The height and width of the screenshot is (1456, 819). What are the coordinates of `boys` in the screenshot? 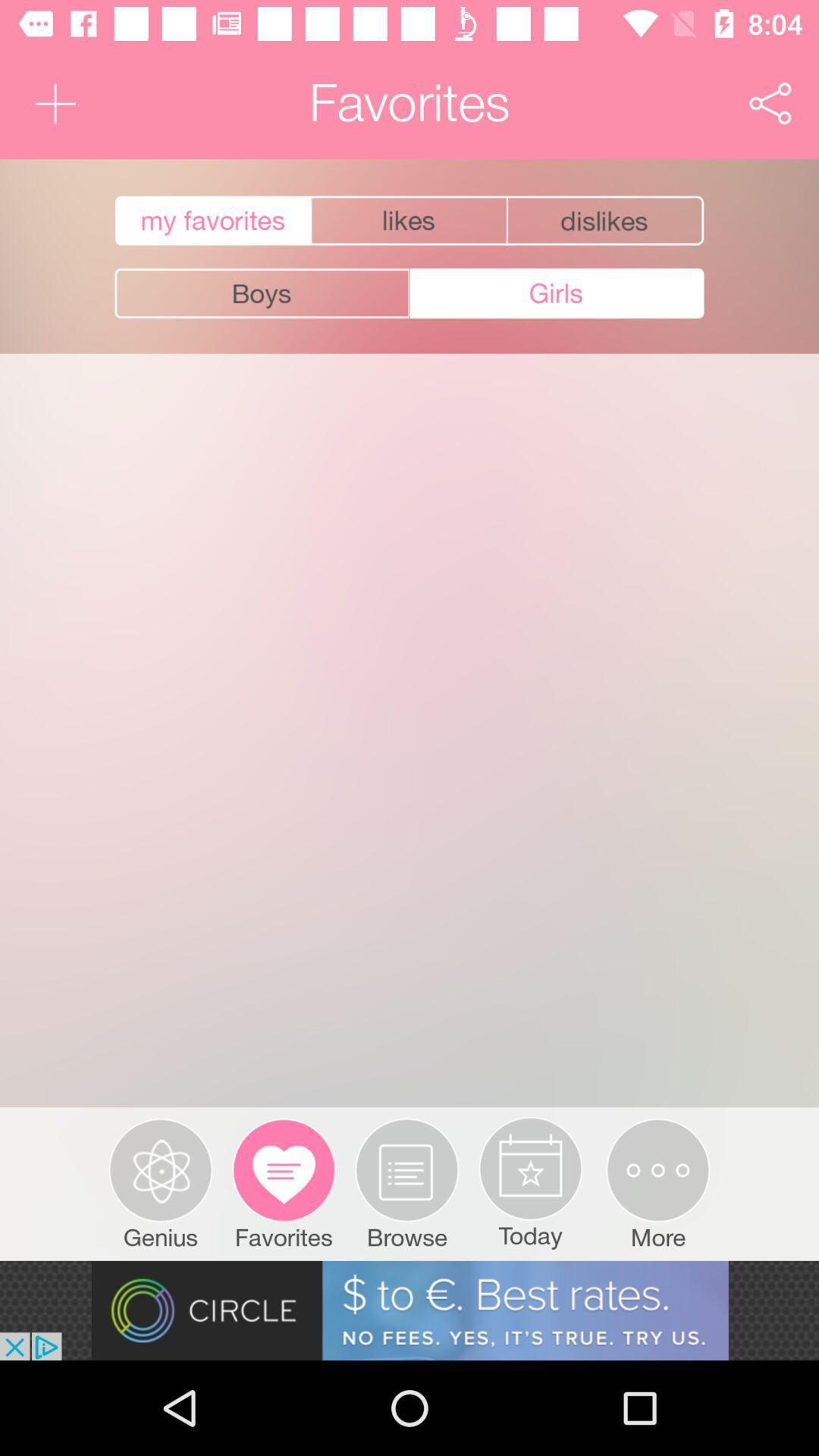 It's located at (261, 293).